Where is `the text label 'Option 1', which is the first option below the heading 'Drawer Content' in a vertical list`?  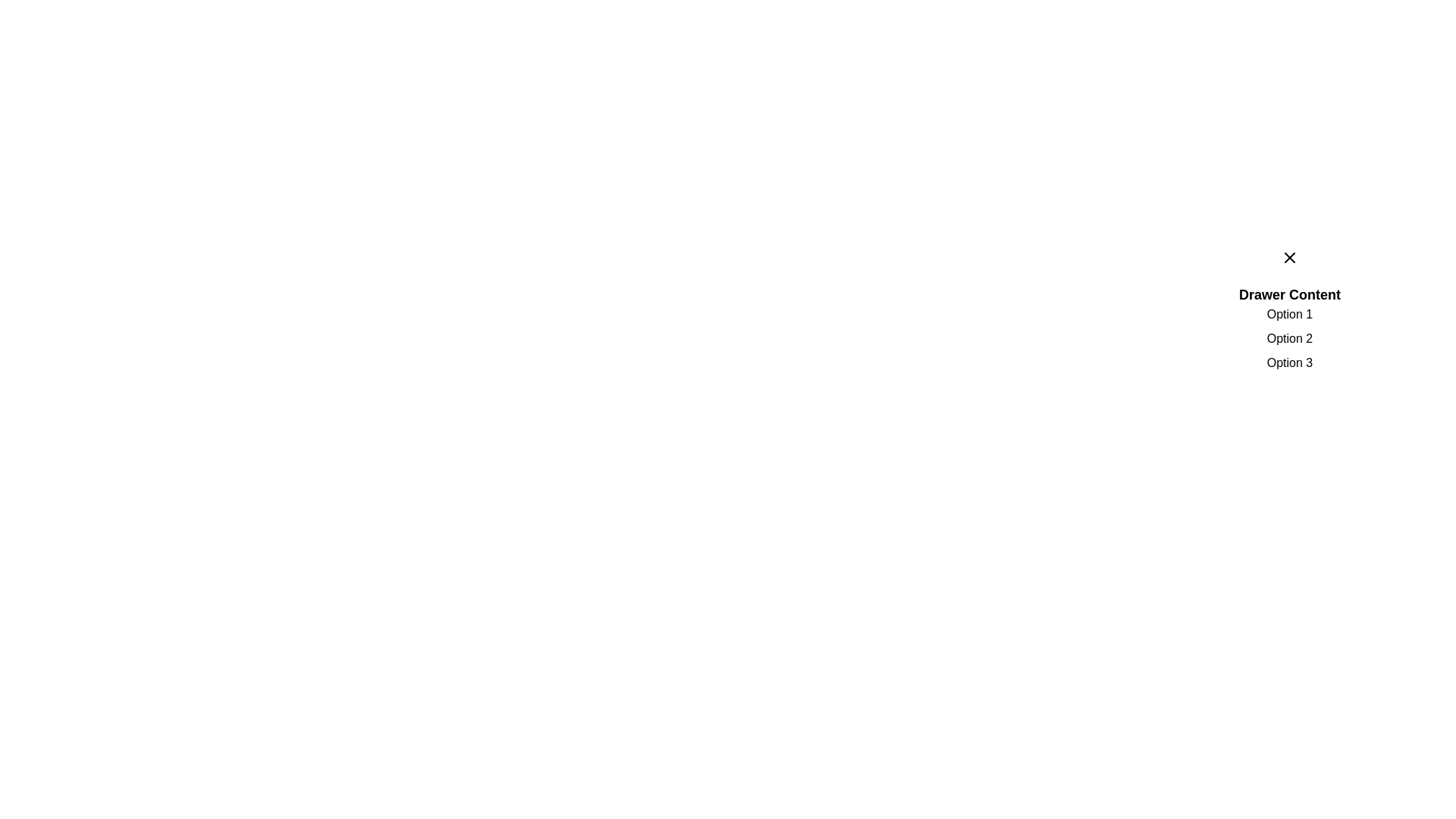 the text label 'Option 1', which is the first option below the heading 'Drawer Content' in a vertical list is located at coordinates (1288, 314).